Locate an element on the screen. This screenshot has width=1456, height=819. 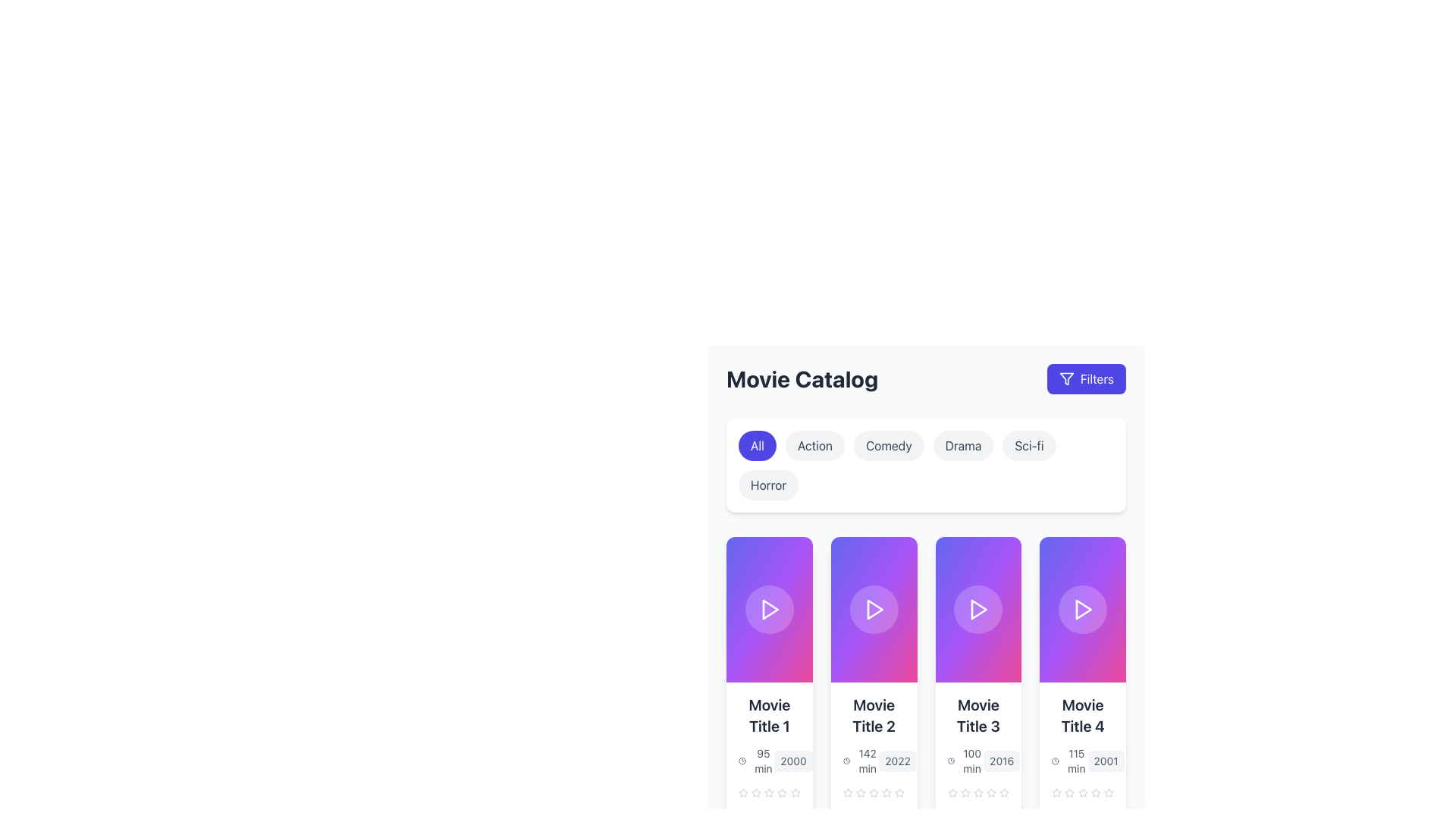
the third star icon from the left in the rating system below the card titled 'Movie Title 2' to rate it is located at coordinates (861, 792).